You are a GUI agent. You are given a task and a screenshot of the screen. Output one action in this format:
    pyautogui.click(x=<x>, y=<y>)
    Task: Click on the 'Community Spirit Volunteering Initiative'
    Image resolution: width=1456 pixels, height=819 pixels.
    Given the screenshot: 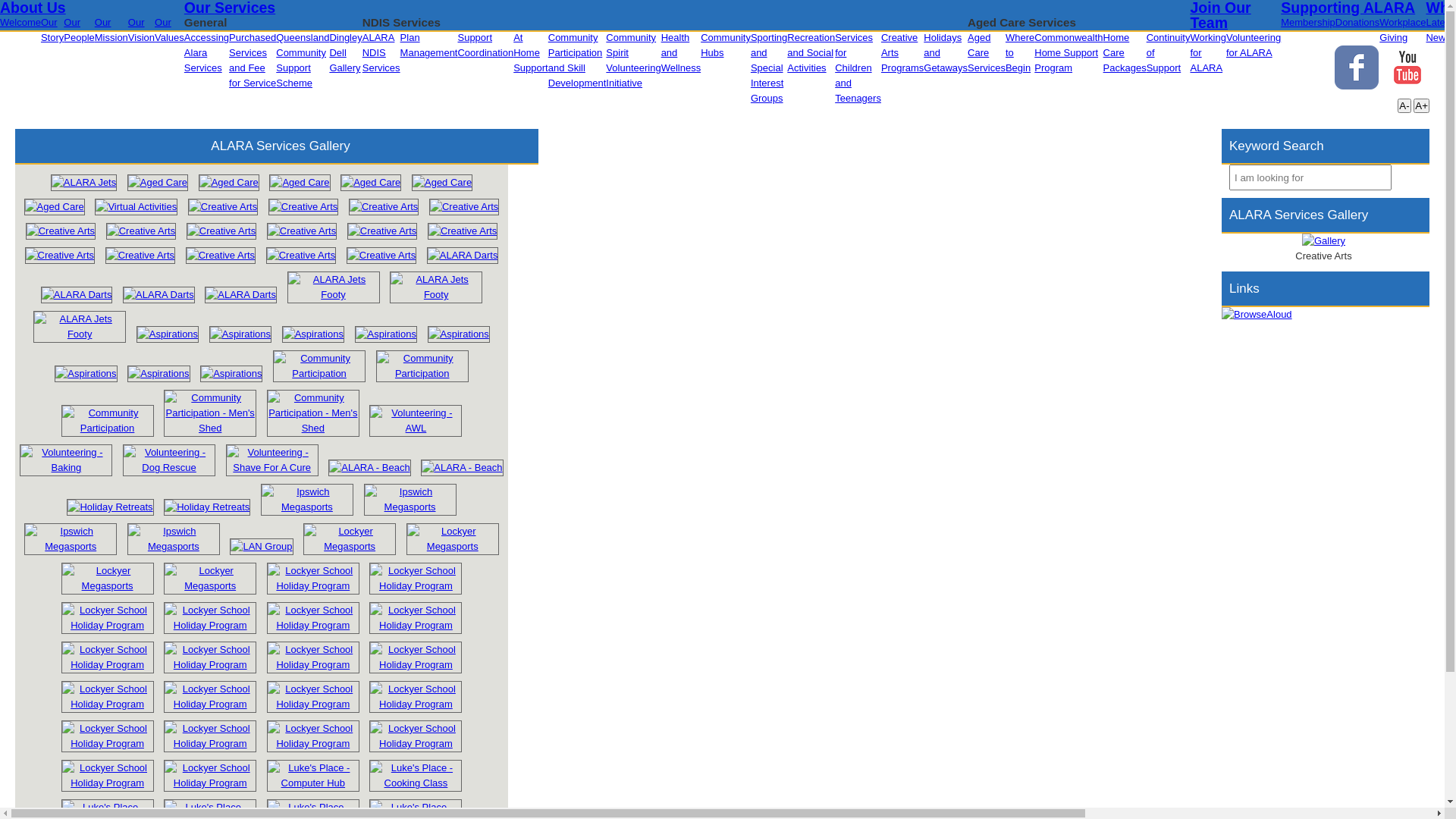 What is the action you would take?
    pyautogui.click(x=633, y=59)
    